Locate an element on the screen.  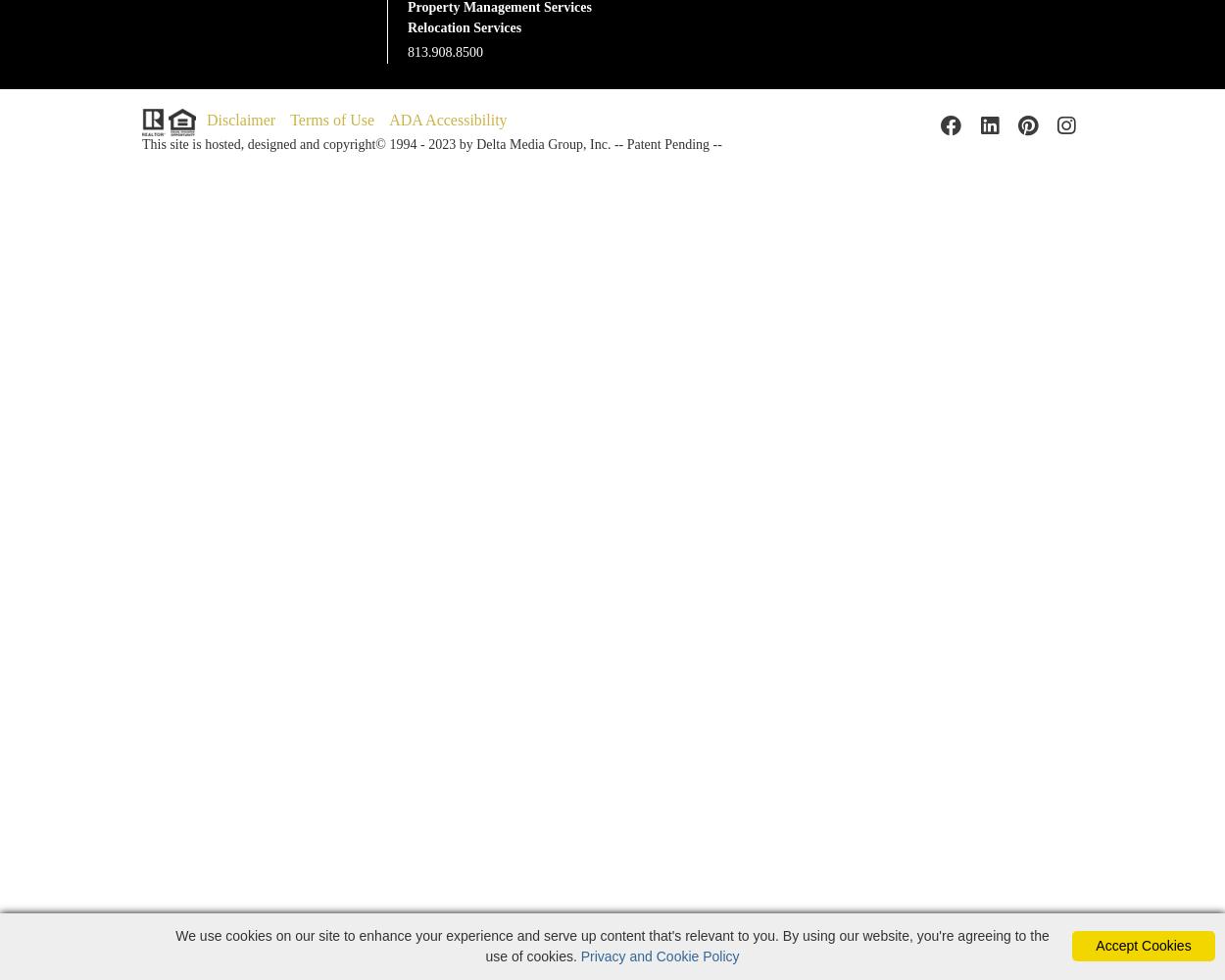
'Relocation Services' is located at coordinates (464, 26).